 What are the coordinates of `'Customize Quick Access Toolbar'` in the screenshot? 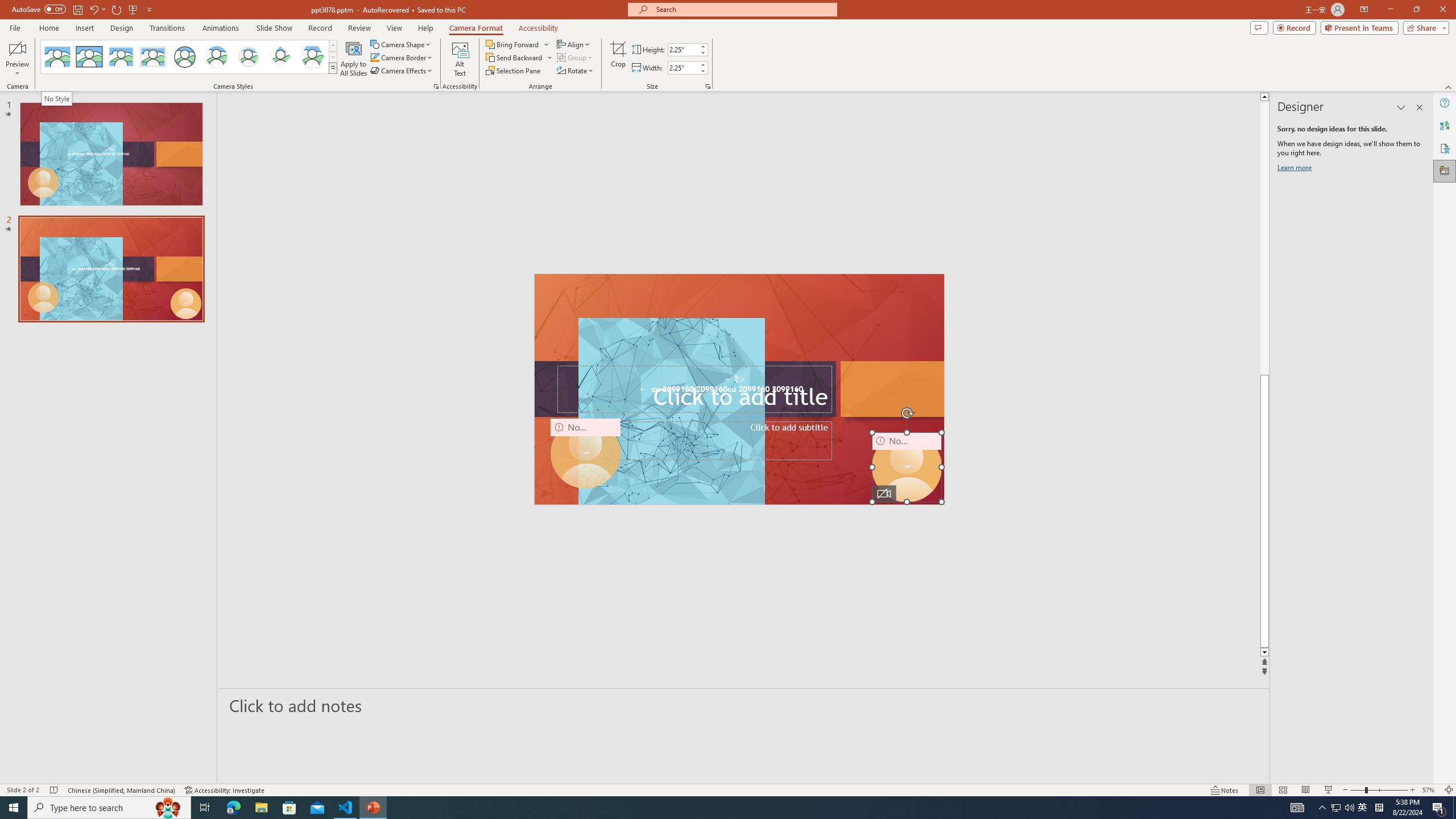 It's located at (148, 9).